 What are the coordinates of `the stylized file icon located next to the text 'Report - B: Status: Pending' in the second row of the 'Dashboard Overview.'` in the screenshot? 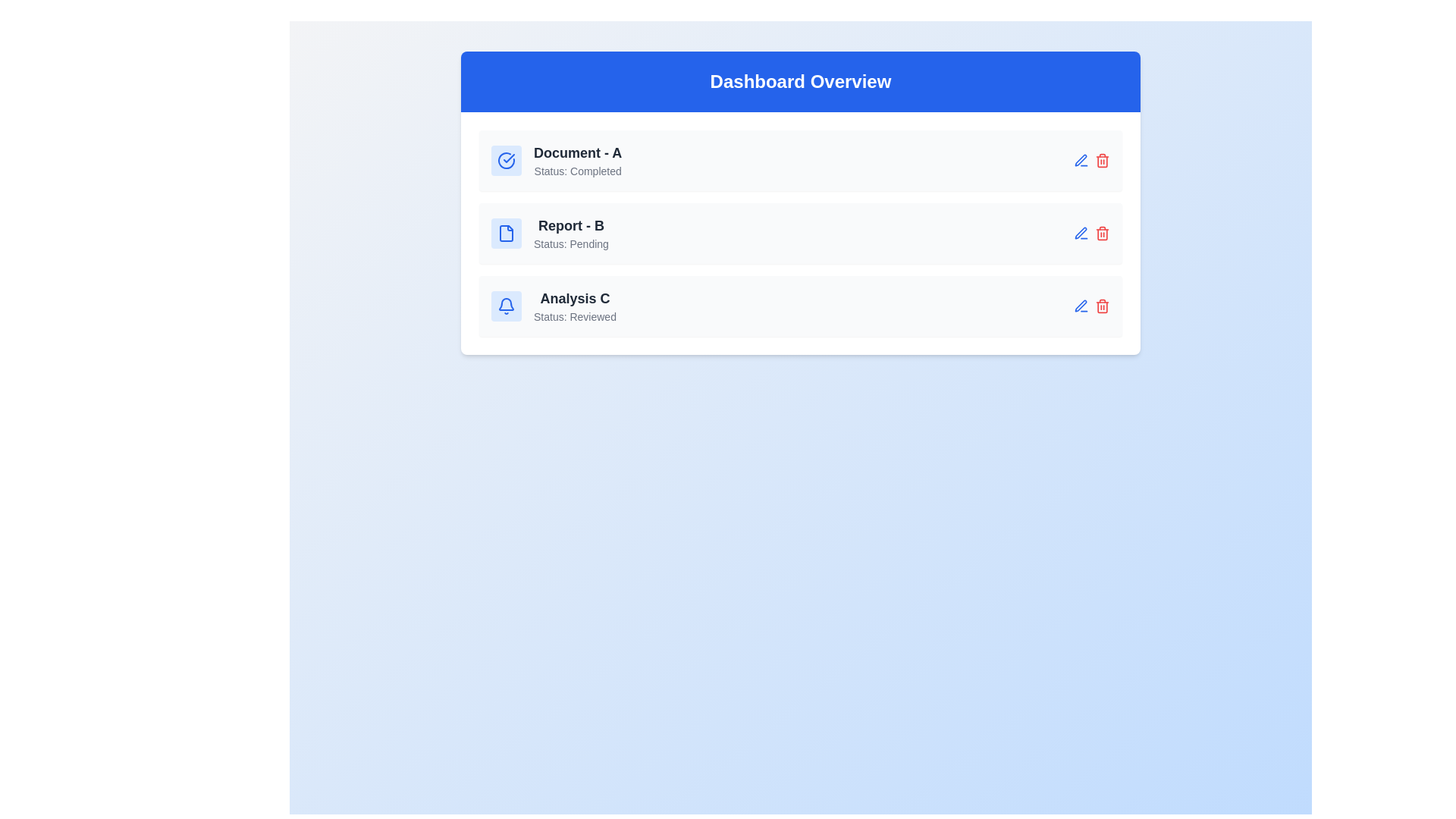 It's located at (506, 234).